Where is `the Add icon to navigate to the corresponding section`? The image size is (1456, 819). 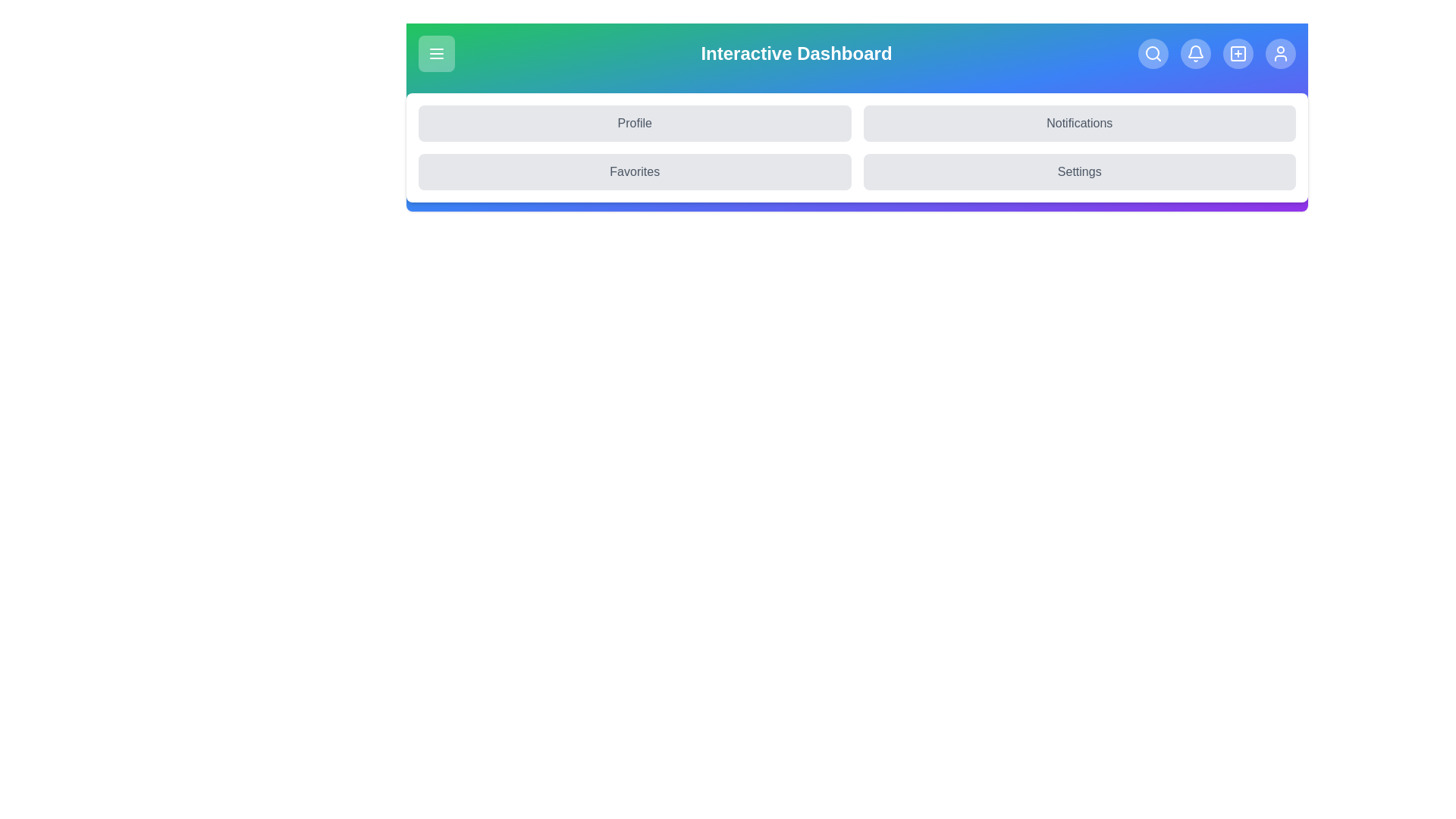 the Add icon to navigate to the corresponding section is located at coordinates (1238, 52).